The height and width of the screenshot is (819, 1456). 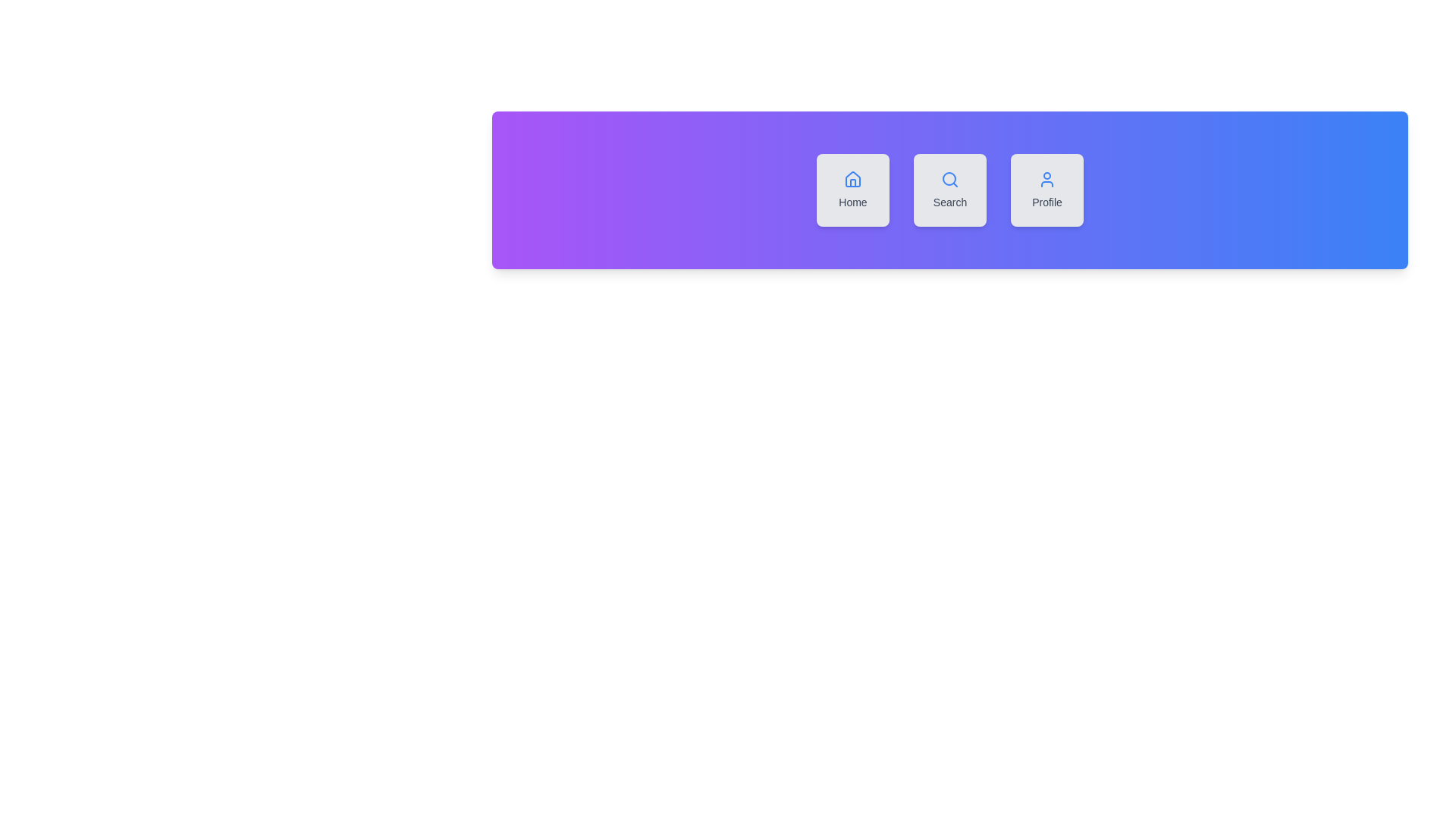 I want to click on the leftmost navigation button labeled 'Home', so click(x=852, y=189).